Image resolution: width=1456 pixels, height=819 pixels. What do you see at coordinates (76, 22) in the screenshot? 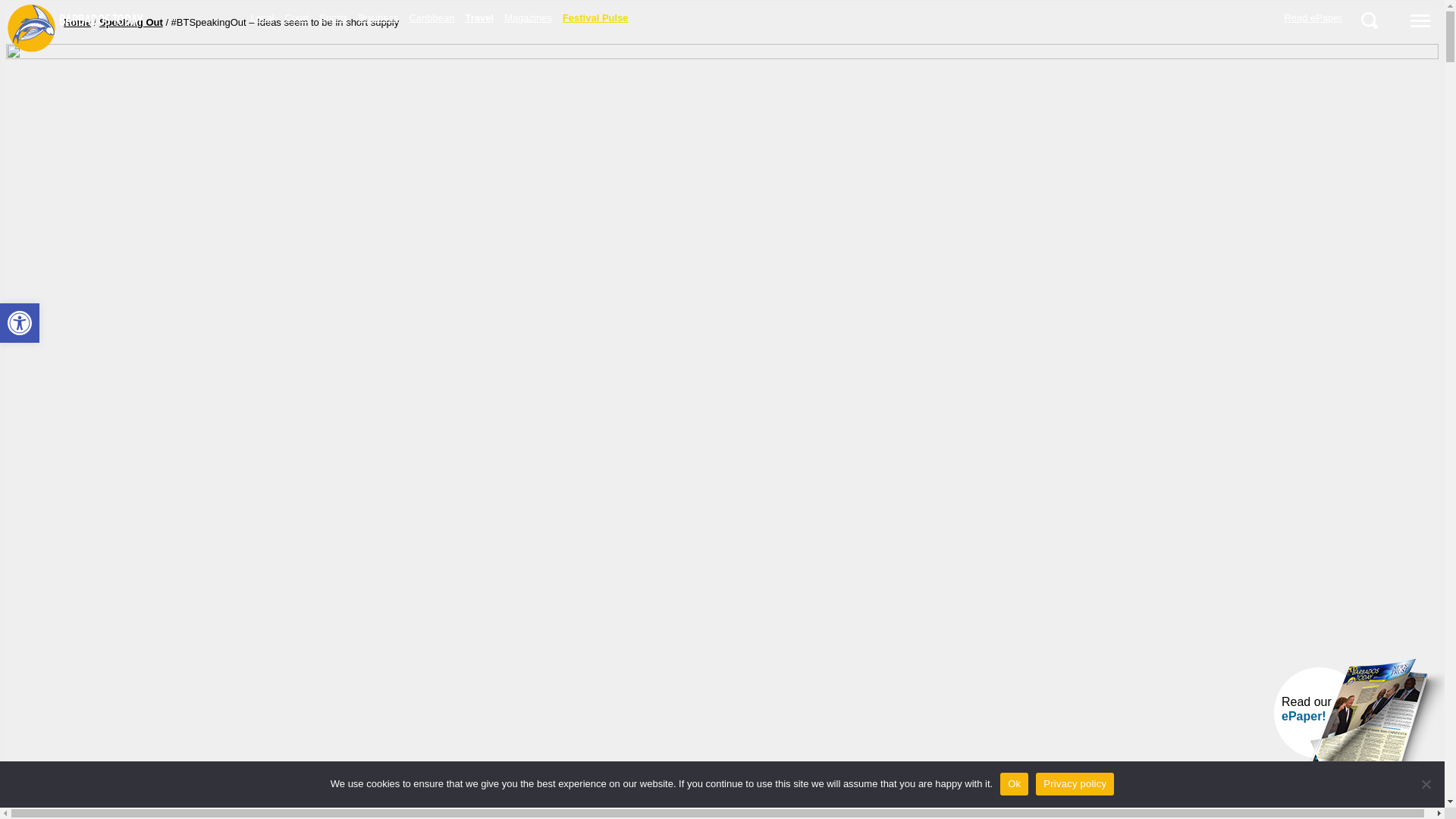
I see `'Home'` at bounding box center [76, 22].